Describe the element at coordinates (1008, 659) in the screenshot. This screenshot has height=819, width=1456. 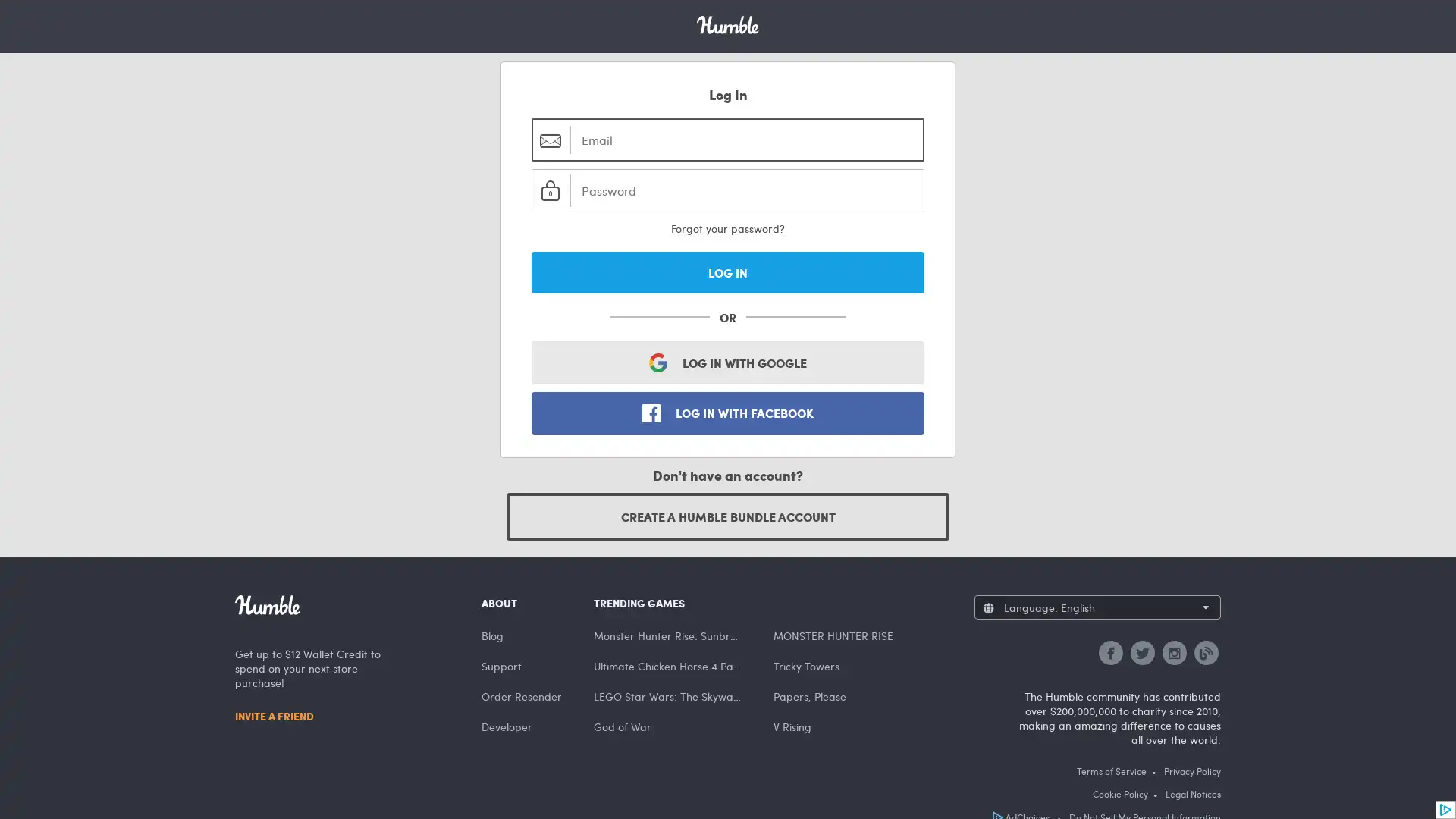
I see `Francais` at that location.